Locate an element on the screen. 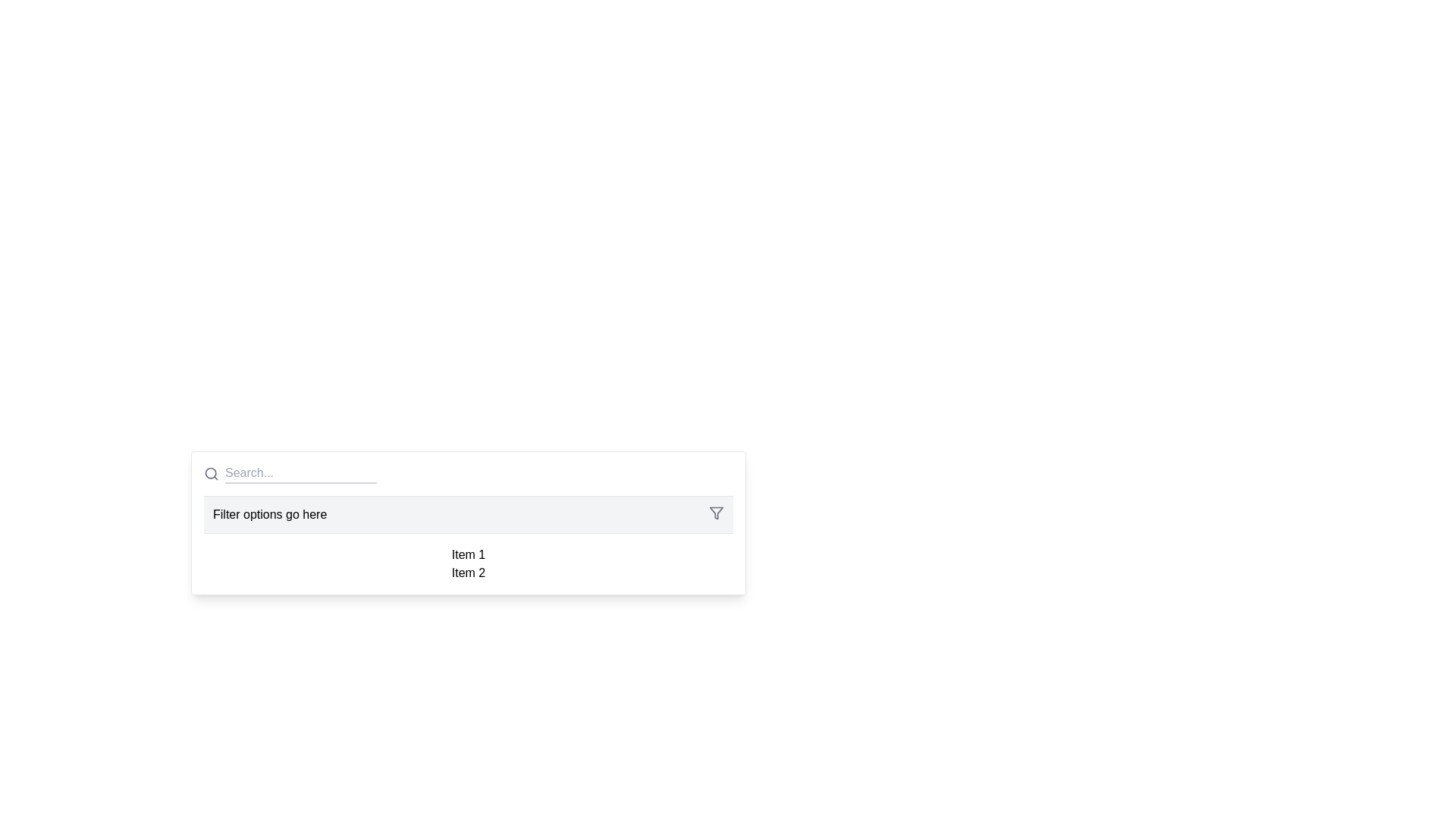 The height and width of the screenshot is (819, 1456). the 'Item 2' text label in the dropdown menu is located at coordinates (468, 573).